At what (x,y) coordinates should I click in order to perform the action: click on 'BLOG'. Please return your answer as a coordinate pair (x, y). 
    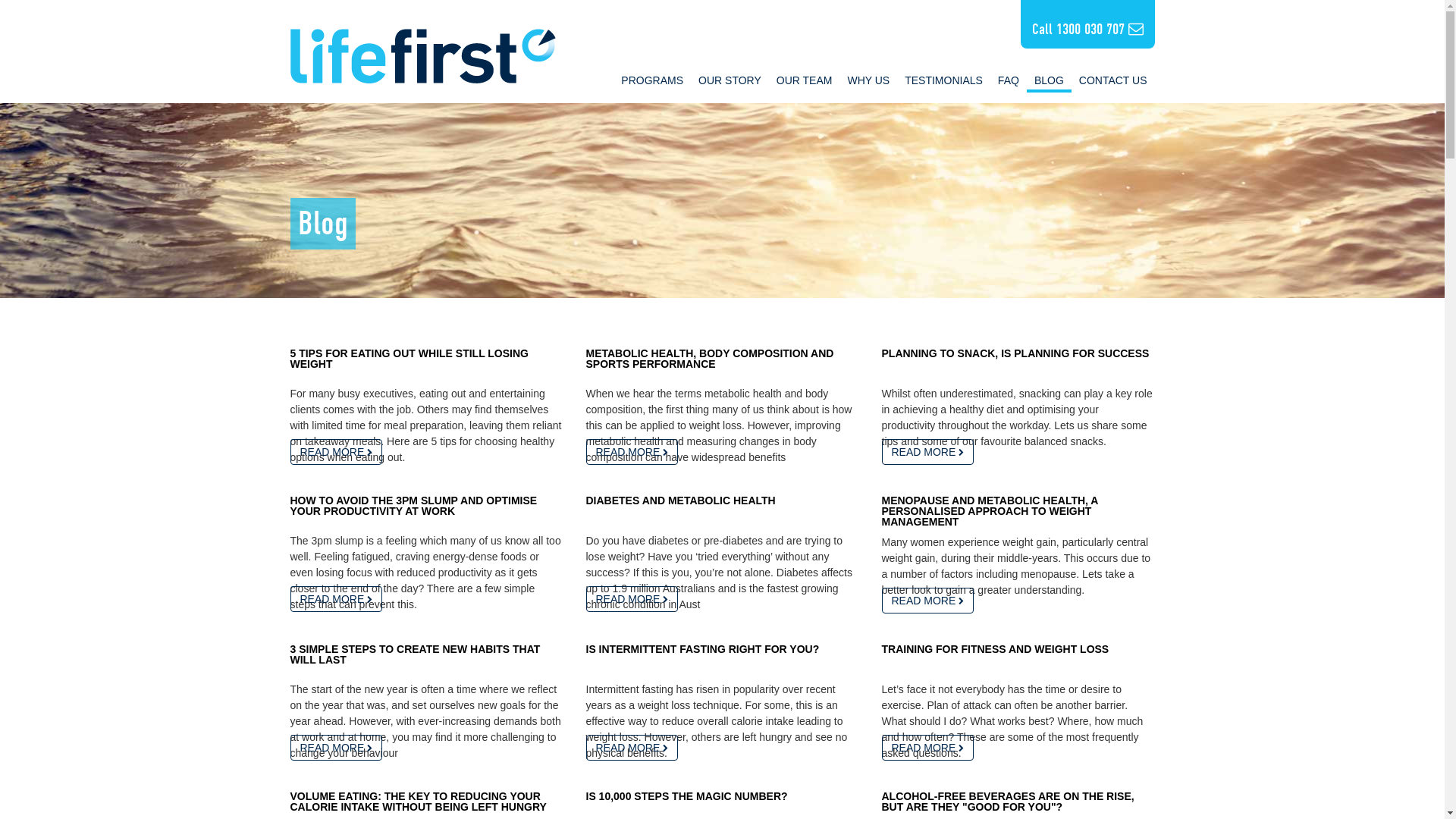
    Looking at the image, I should click on (1048, 79).